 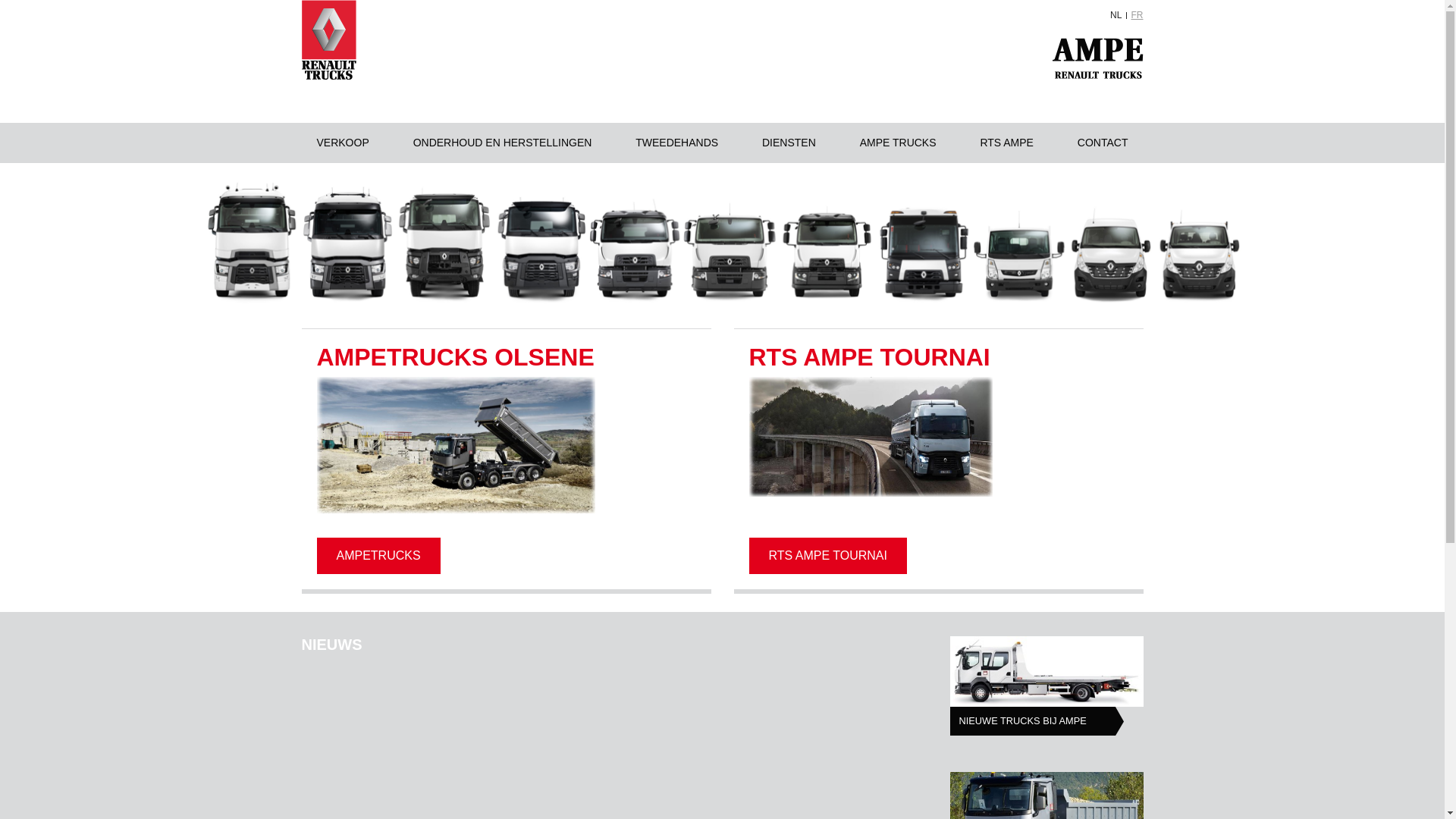 What do you see at coordinates (898, 143) in the screenshot?
I see `'AMPE TRUCKS'` at bounding box center [898, 143].